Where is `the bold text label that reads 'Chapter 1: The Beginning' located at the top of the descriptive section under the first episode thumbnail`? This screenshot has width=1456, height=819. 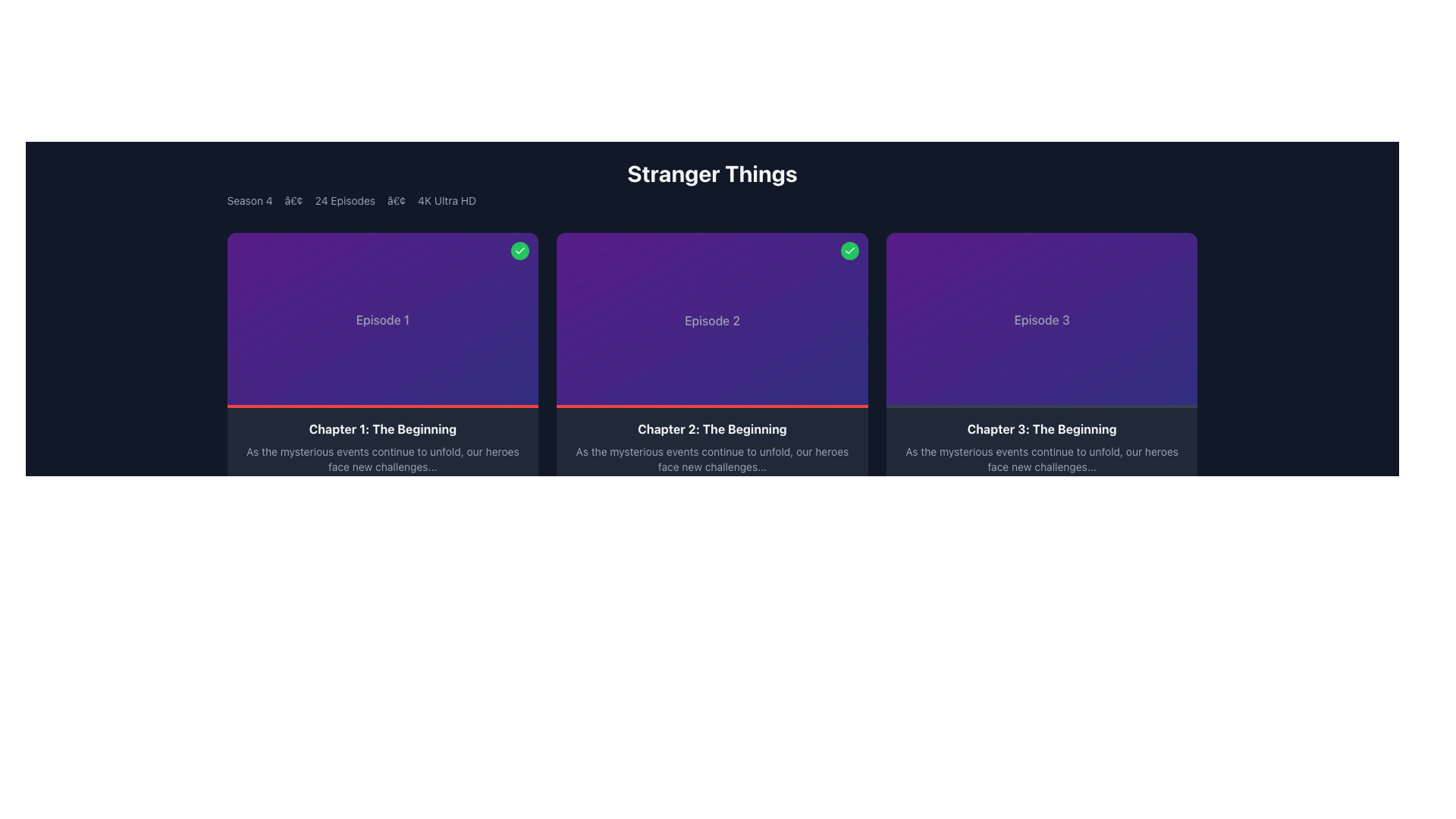
the bold text label that reads 'Chapter 1: The Beginning' located at the top of the descriptive section under the first episode thumbnail is located at coordinates (382, 429).